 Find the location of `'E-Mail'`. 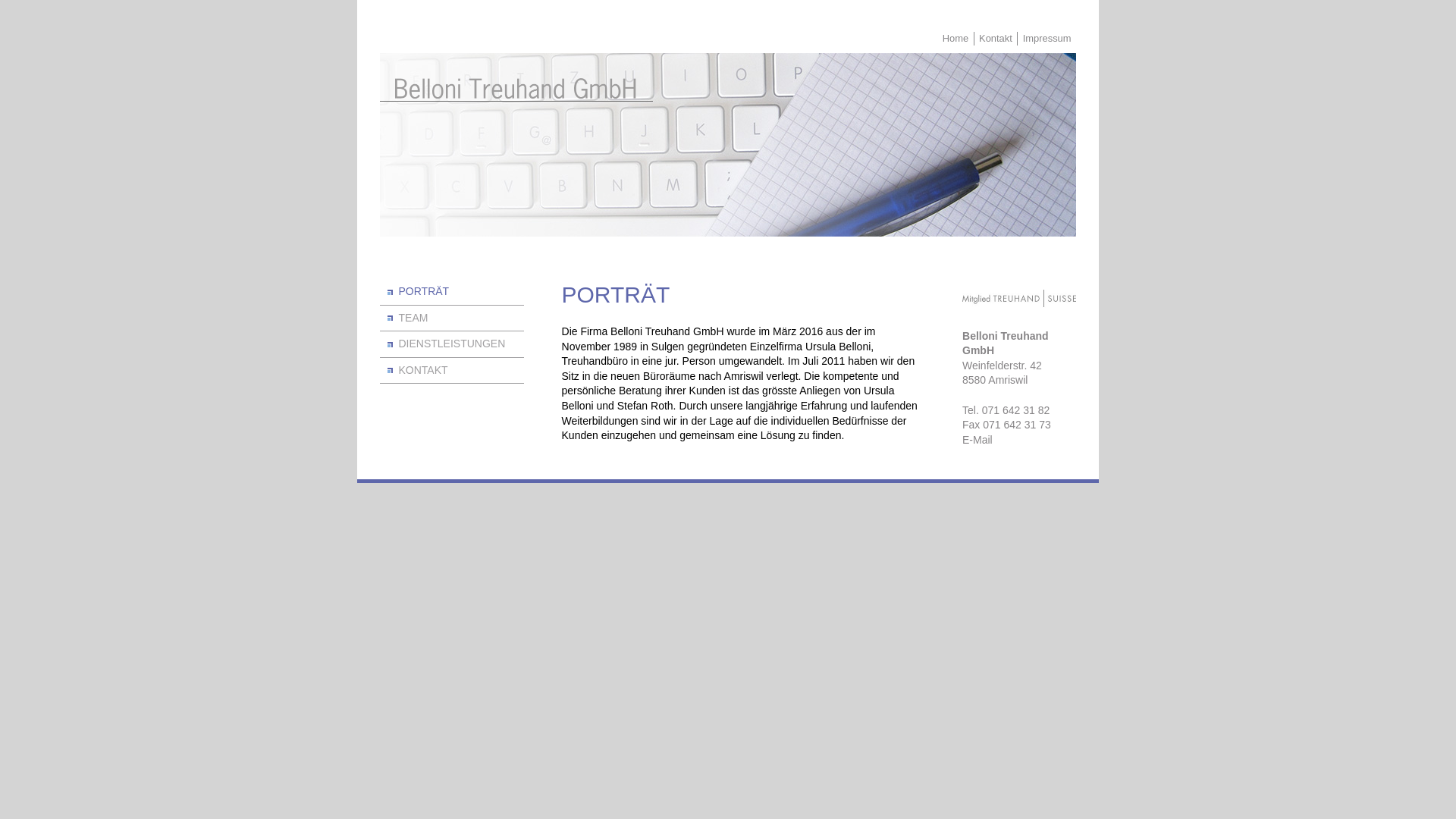

'E-Mail' is located at coordinates (1019, 441).